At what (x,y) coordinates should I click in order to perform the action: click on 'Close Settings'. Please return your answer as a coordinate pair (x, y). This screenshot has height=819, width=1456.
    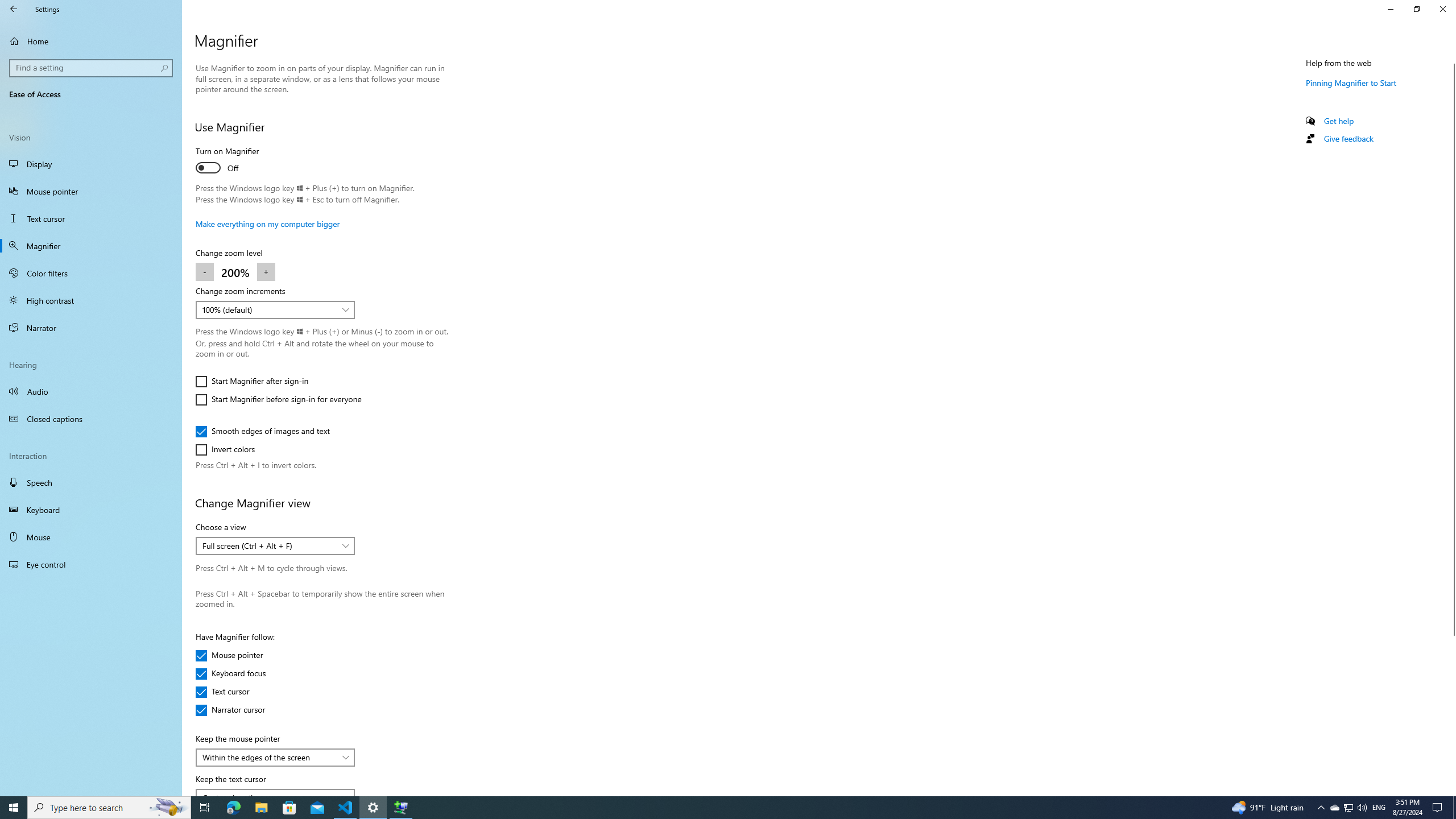
    Looking at the image, I should click on (1442, 9).